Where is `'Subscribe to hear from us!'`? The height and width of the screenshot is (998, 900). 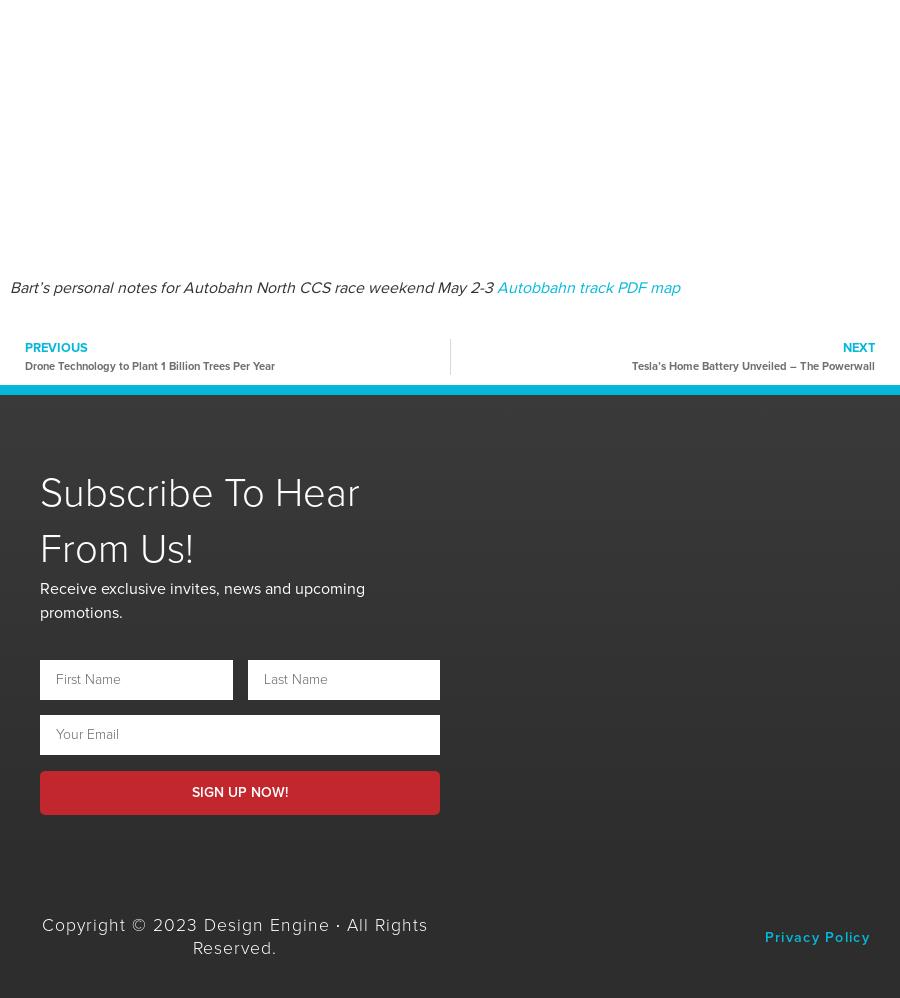 'Subscribe to hear from us!' is located at coordinates (199, 520).